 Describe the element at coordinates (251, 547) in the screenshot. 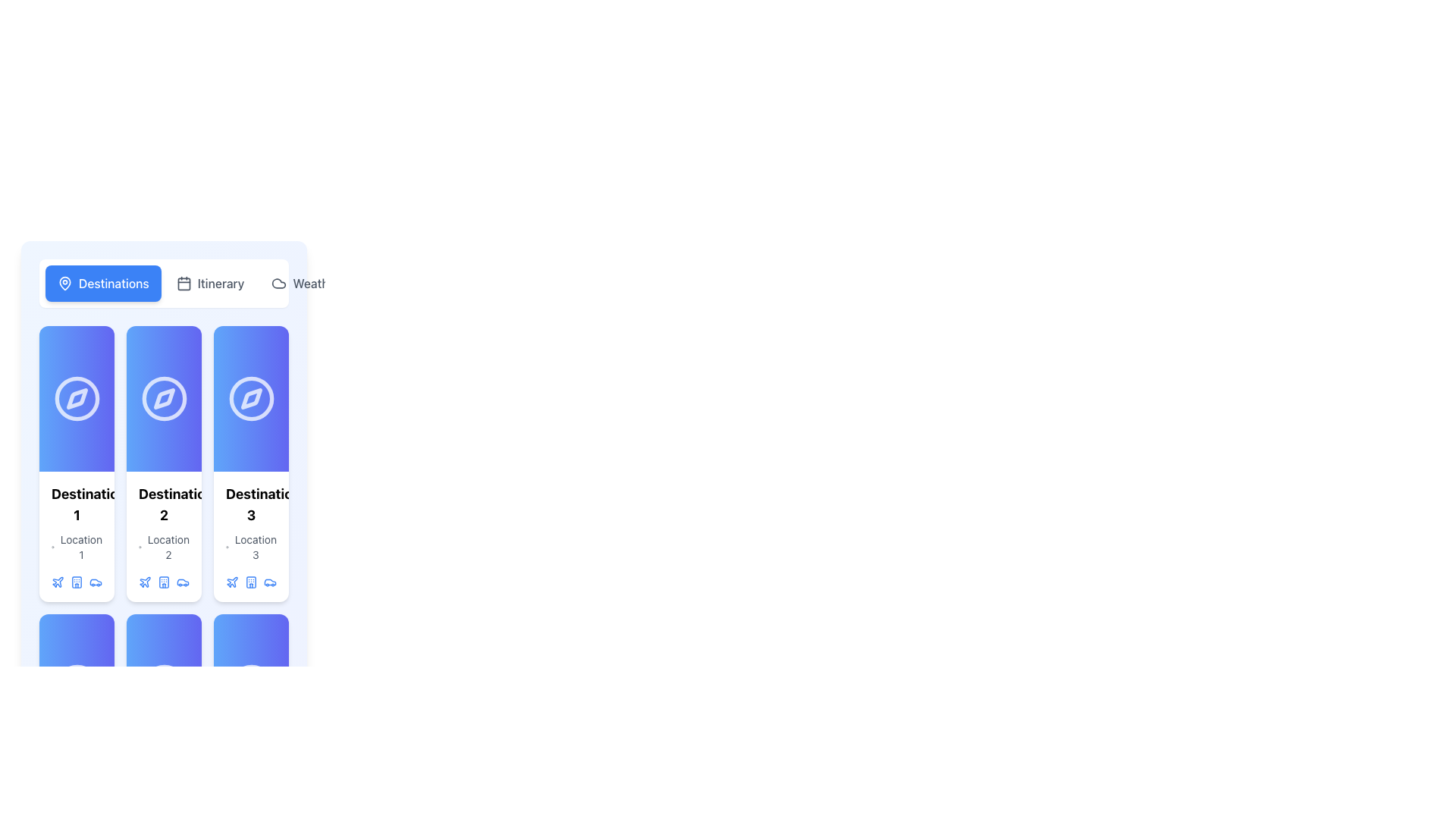

I see `the displayed content of the Text label located below the main heading of 'Destination 3' in the vertically arranged group` at that location.